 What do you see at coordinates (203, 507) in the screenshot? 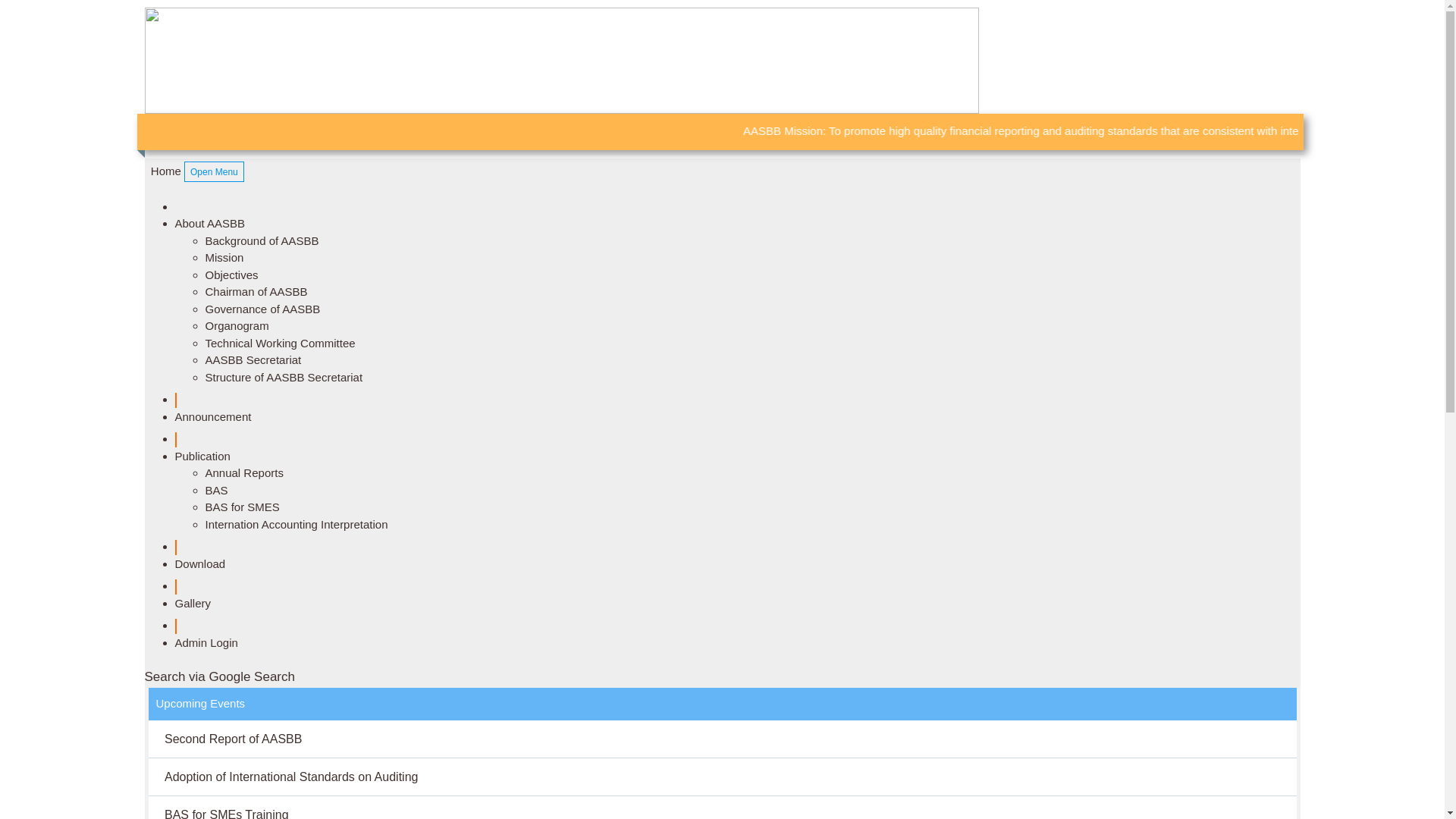
I see `'BAS for SMES'` at bounding box center [203, 507].